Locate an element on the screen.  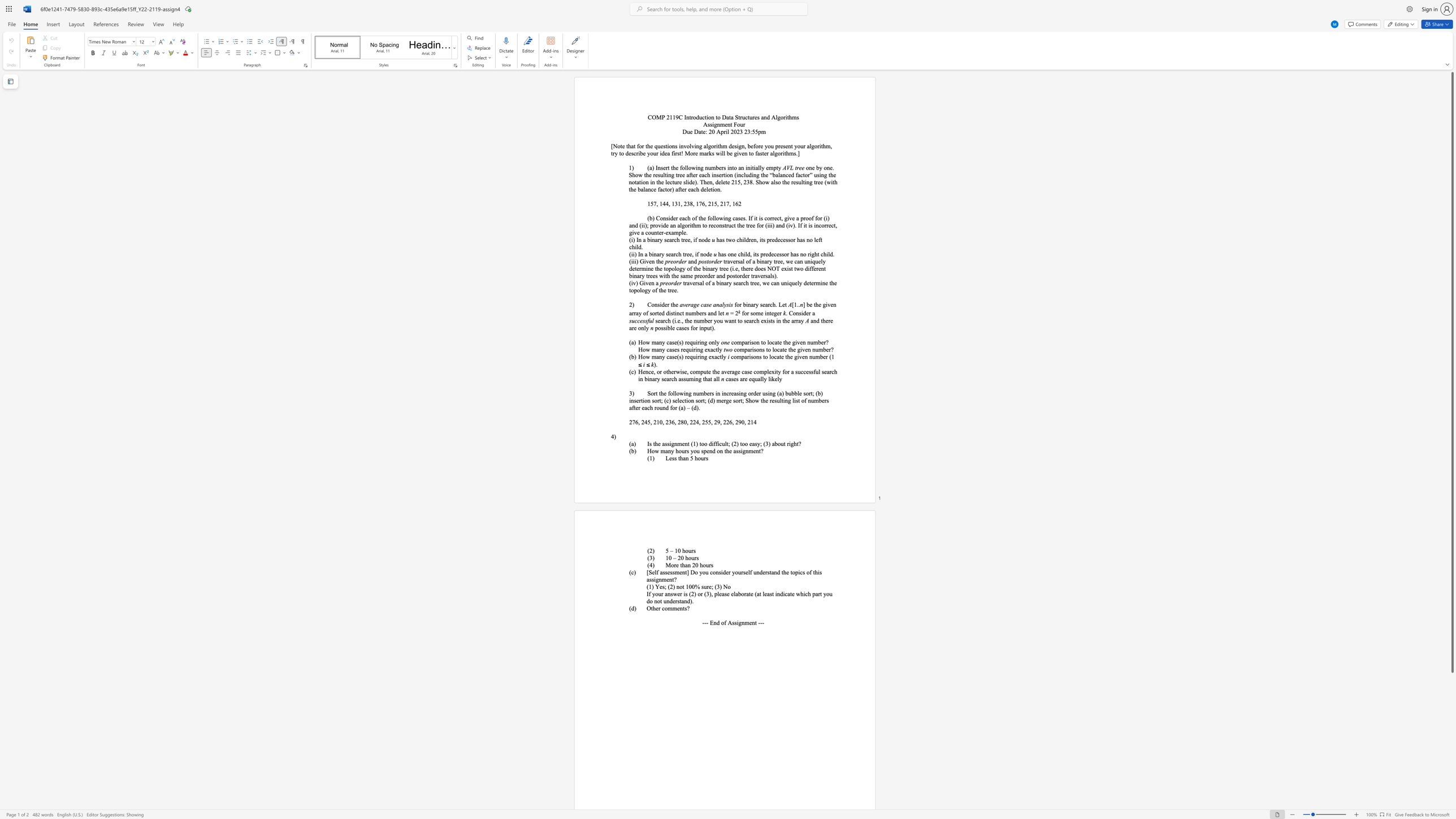
the 3th character "a" in the text is located at coordinates (750, 320).